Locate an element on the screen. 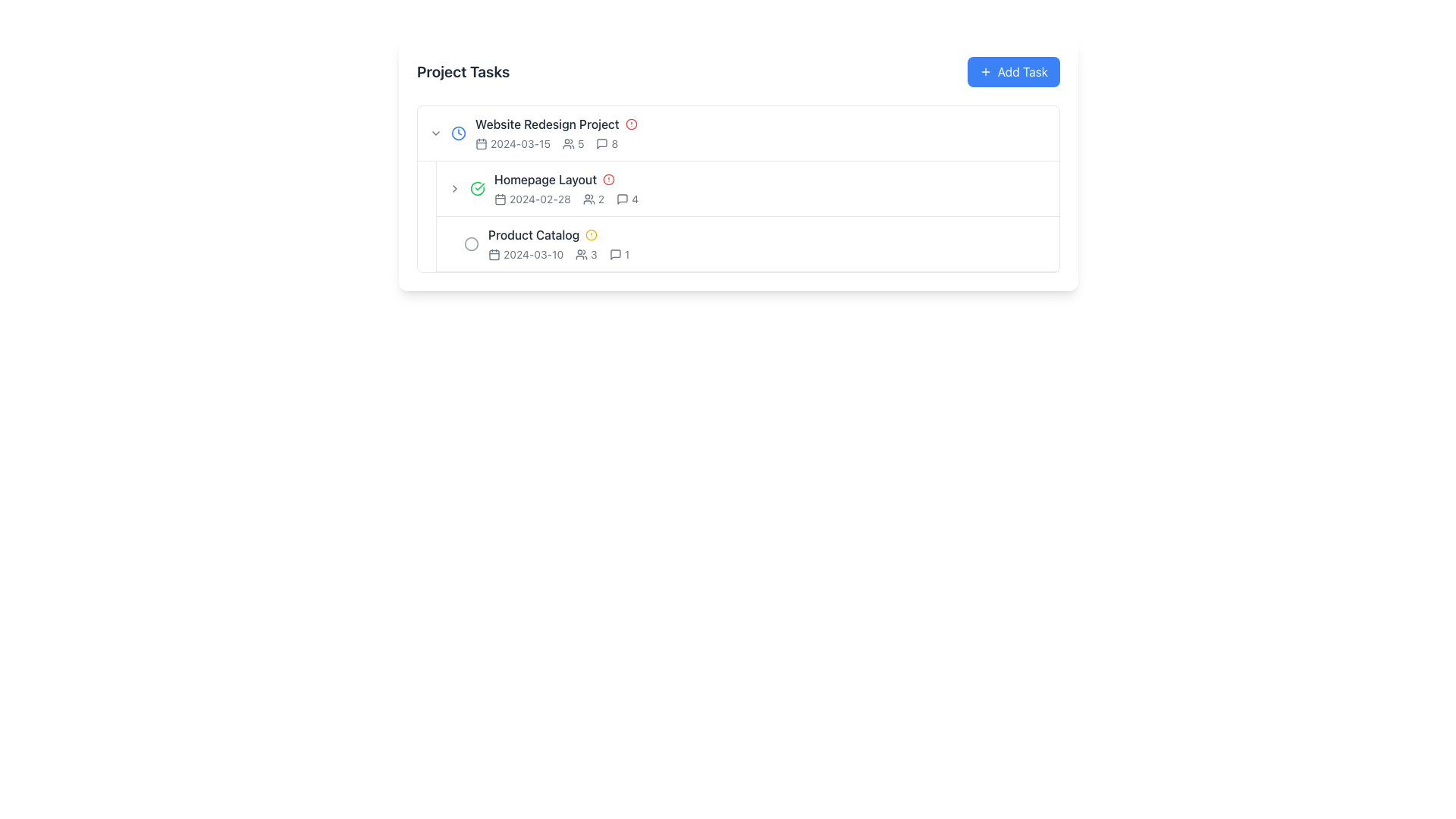 This screenshot has height=819, width=1456. displayed number adjacent to the user icon in the task row labeled 'Homepage Layout' is located at coordinates (600, 198).